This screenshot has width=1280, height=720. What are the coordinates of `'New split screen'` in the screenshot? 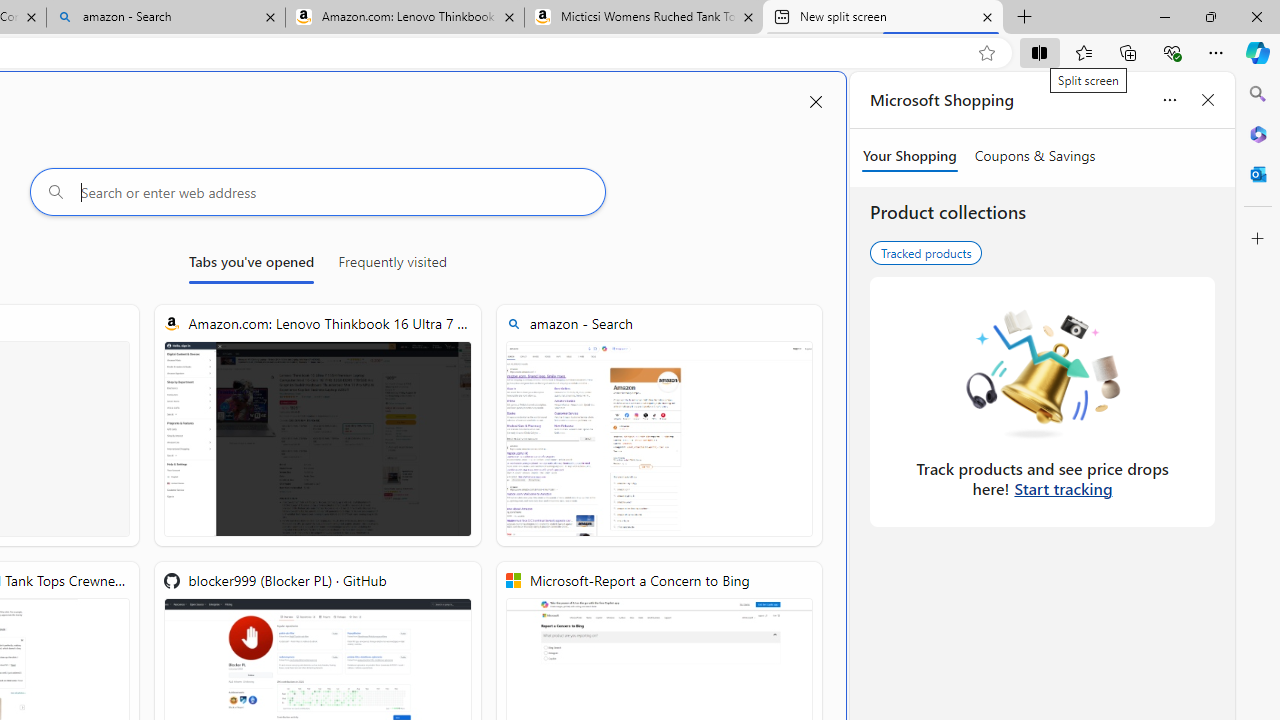 It's located at (882, 17).